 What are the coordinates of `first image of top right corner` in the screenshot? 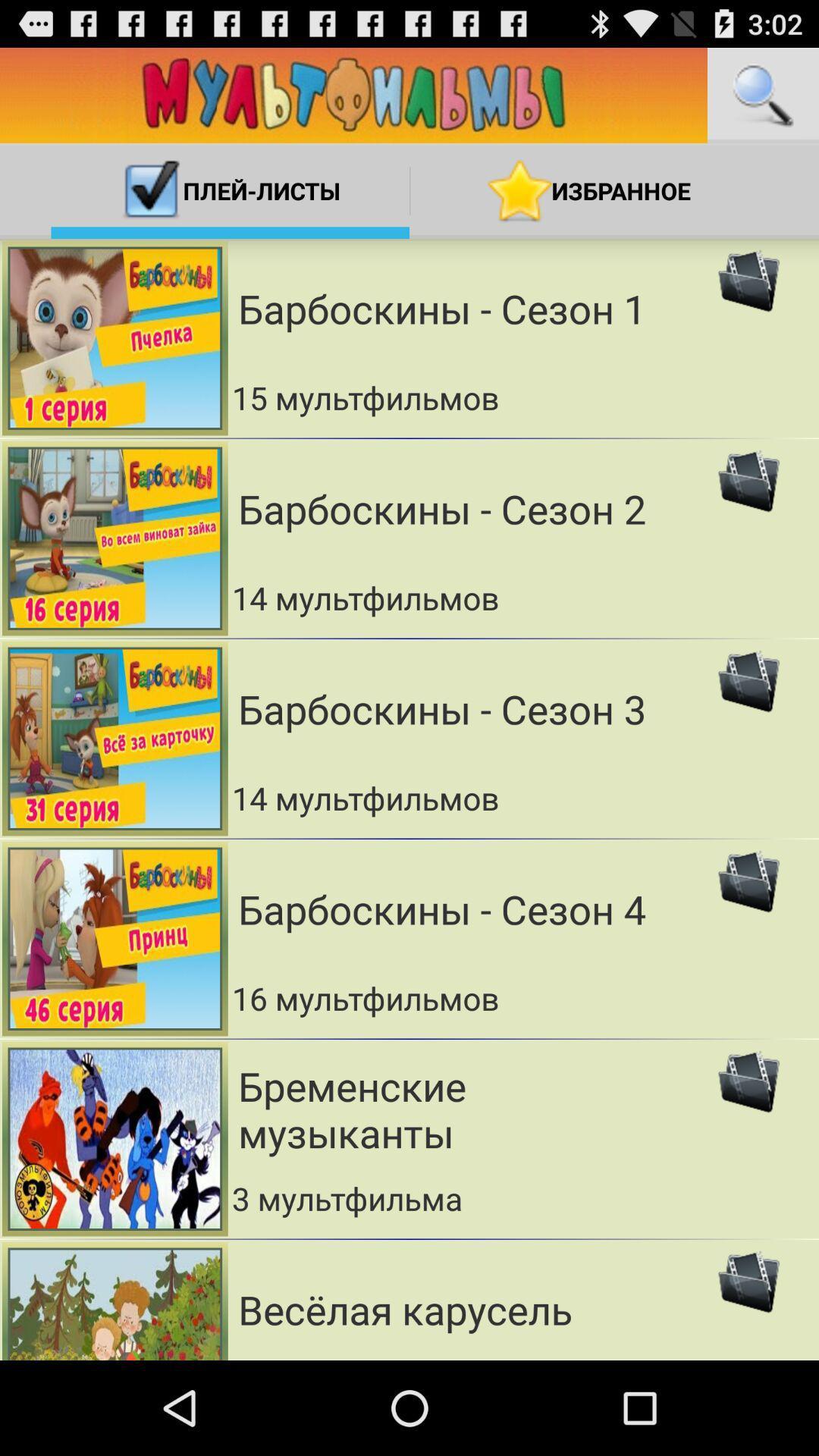 It's located at (748, 281).